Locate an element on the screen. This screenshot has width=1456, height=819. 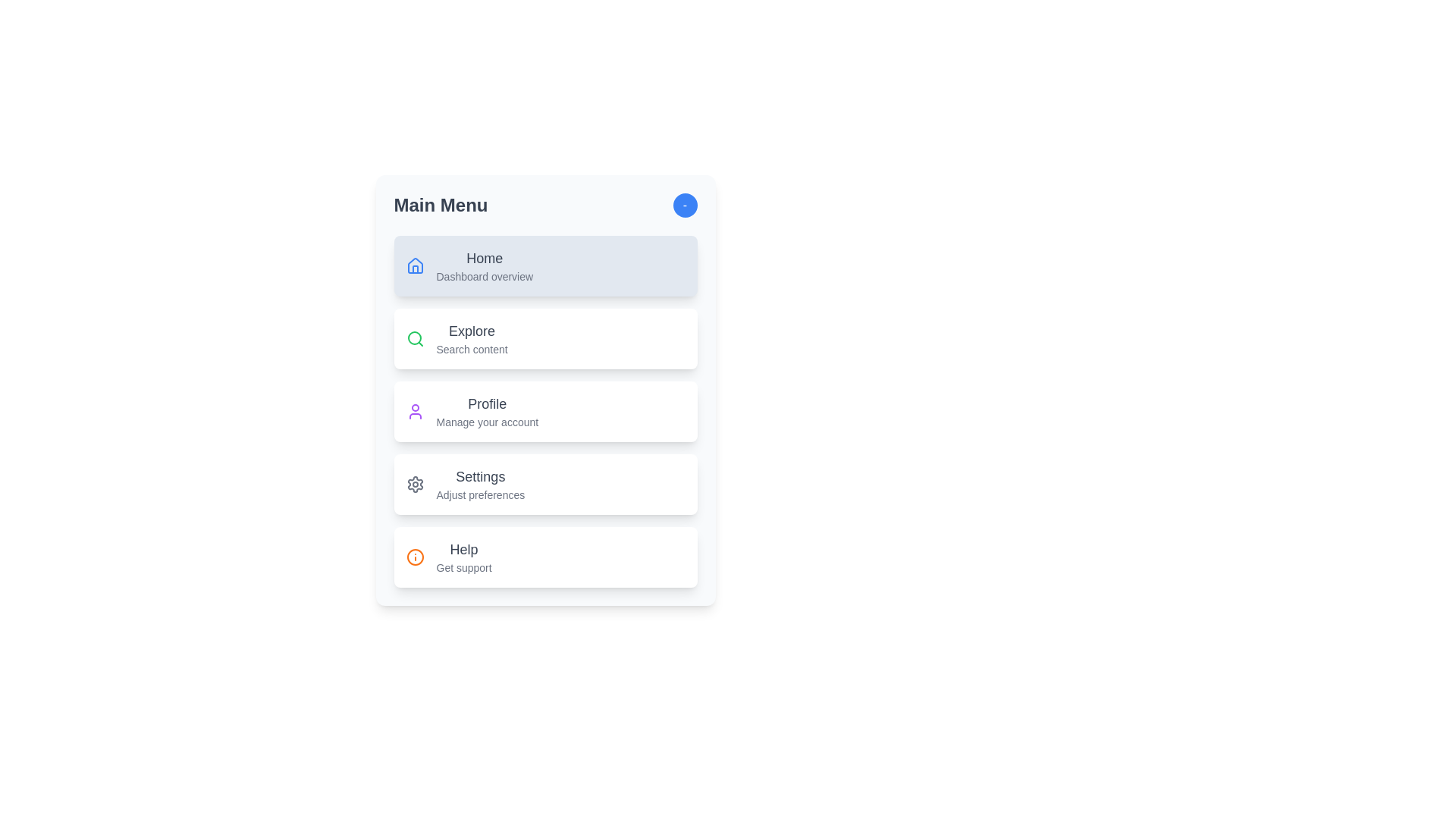
the menu item labeled 'Profile' to observe visual feedback is located at coordinates (545, 412).